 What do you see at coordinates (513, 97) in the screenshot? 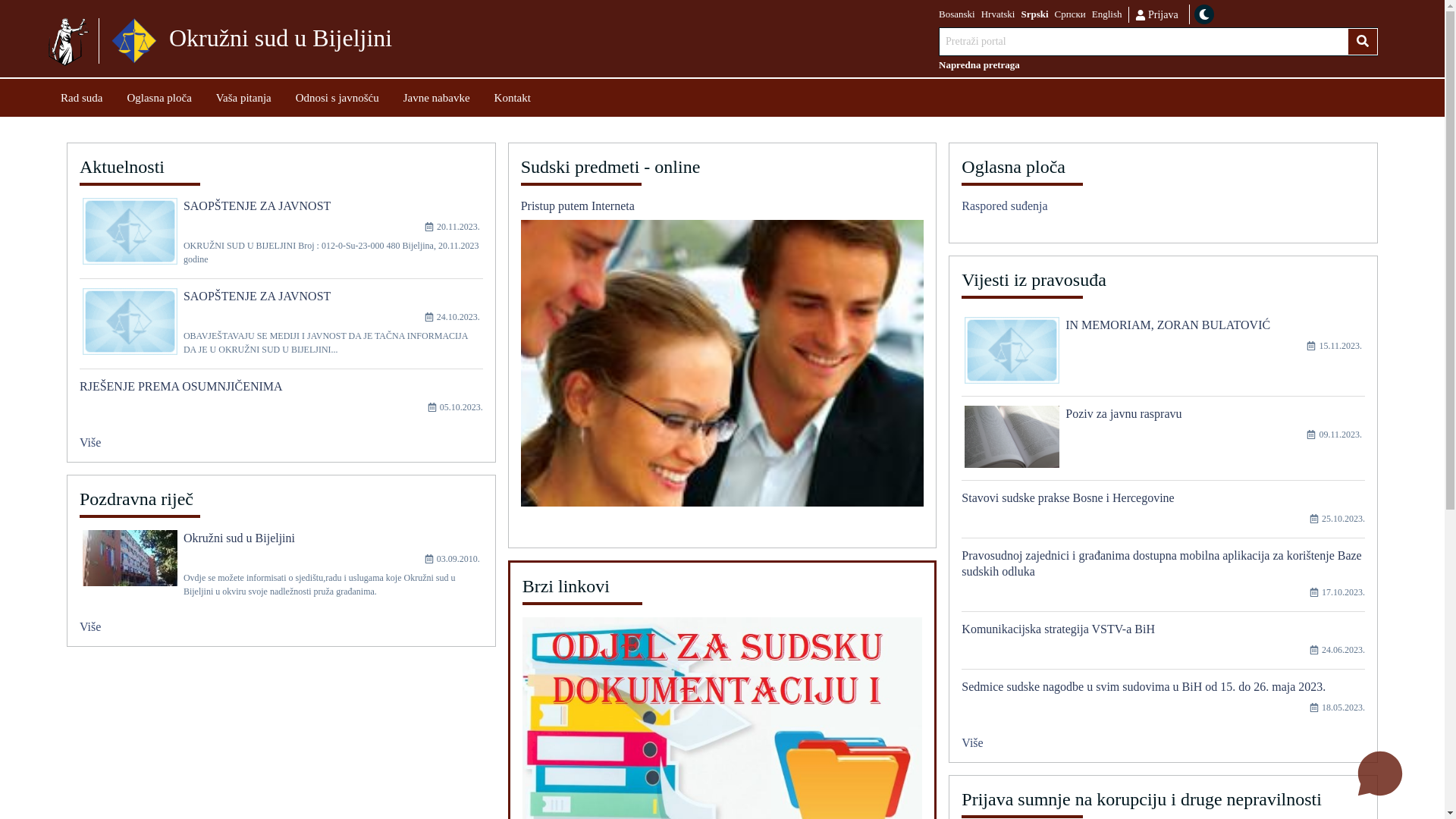
I see `'Kontakt'` at bounding box center [513, 97].